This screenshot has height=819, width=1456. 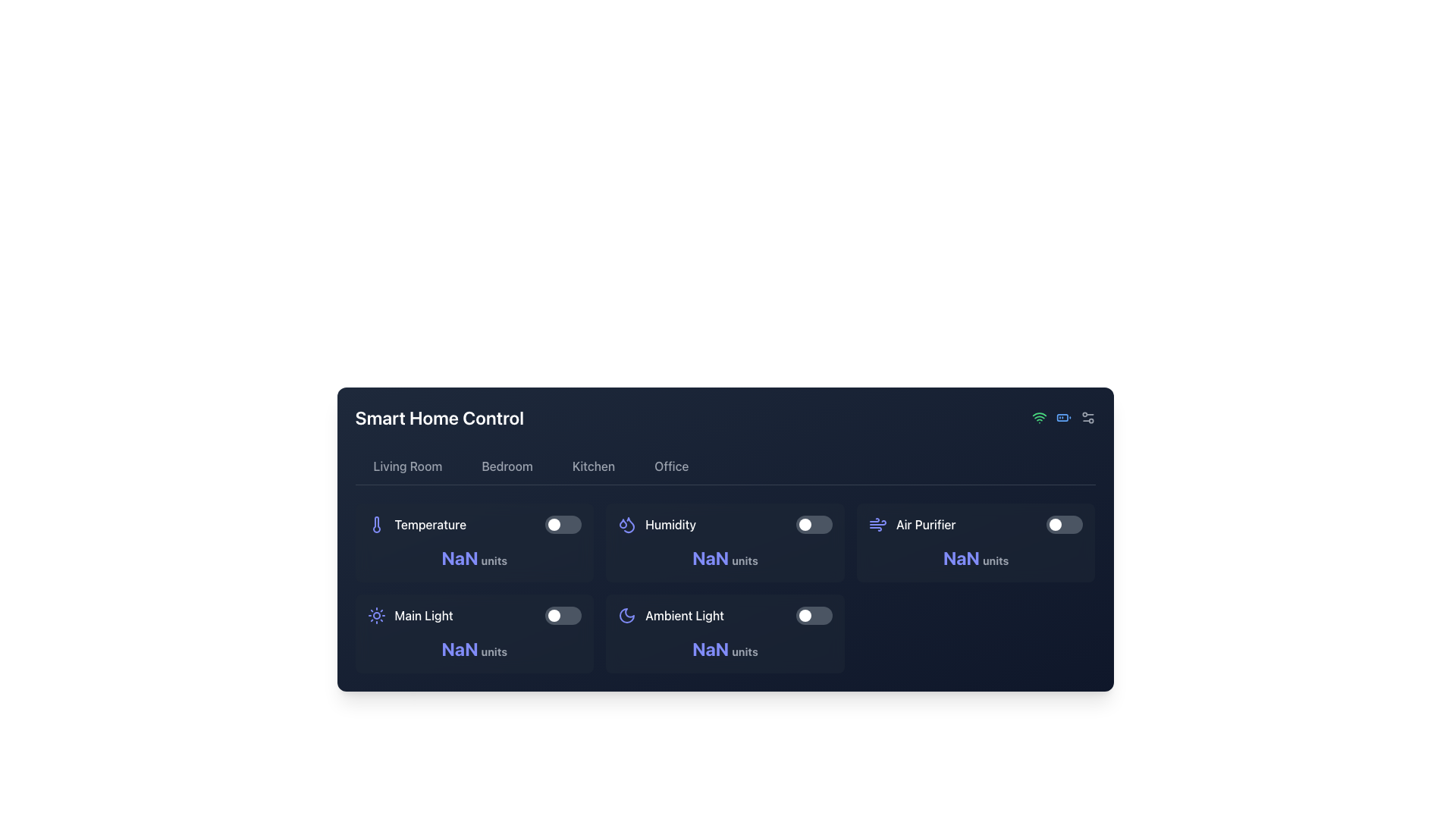 What do you see at coordinates (813, 523) in the screenshot?
I see `the toggle switch for the 'Humidity' functionality, located to the right of the 'Humidity' label` at bounding box center [813, 523].